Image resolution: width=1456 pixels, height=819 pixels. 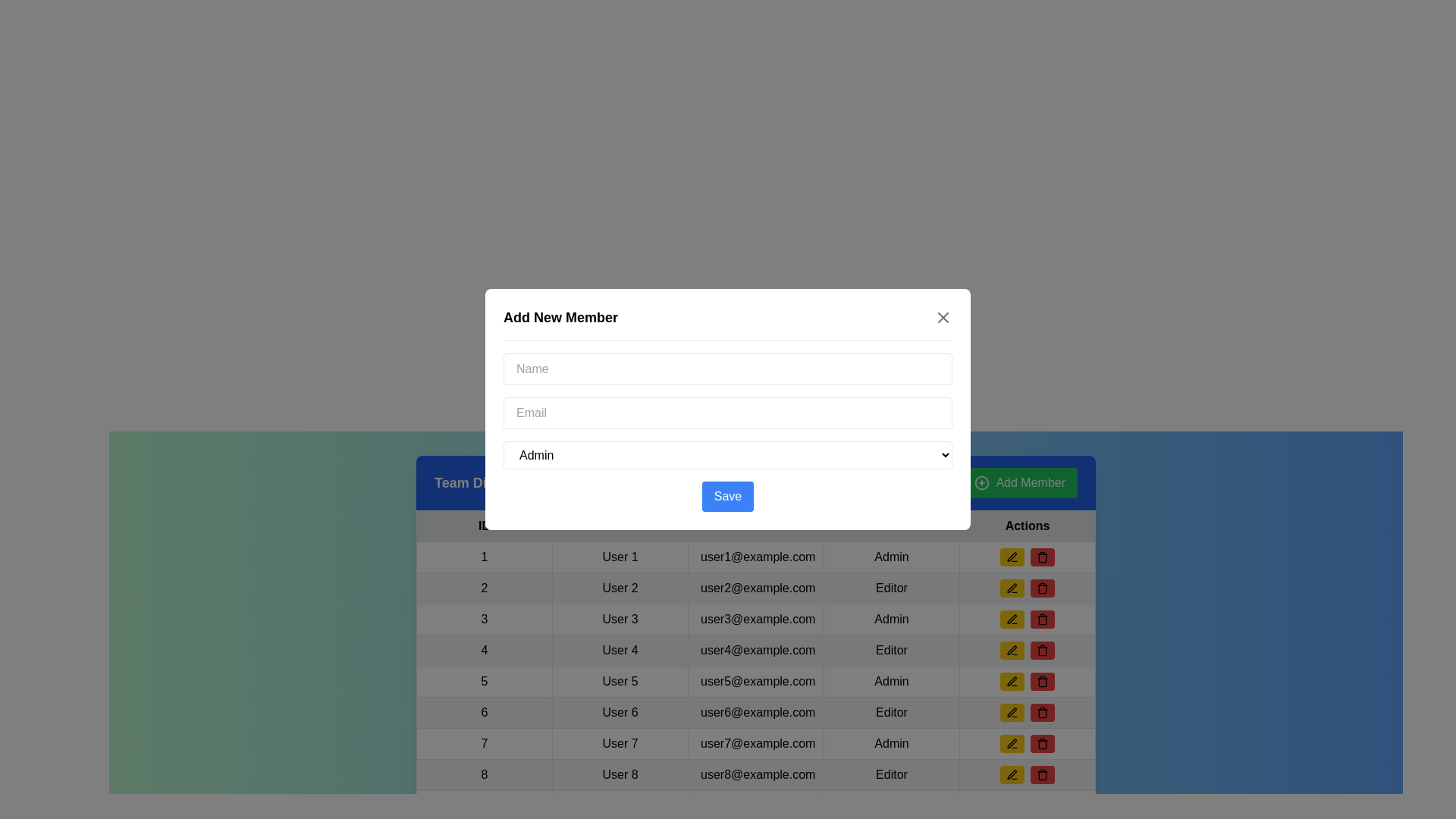 I want to click on the trash can icon button located within the red circular button in the 'Actions' column of the eighth row, so click(x=1041, y=587).